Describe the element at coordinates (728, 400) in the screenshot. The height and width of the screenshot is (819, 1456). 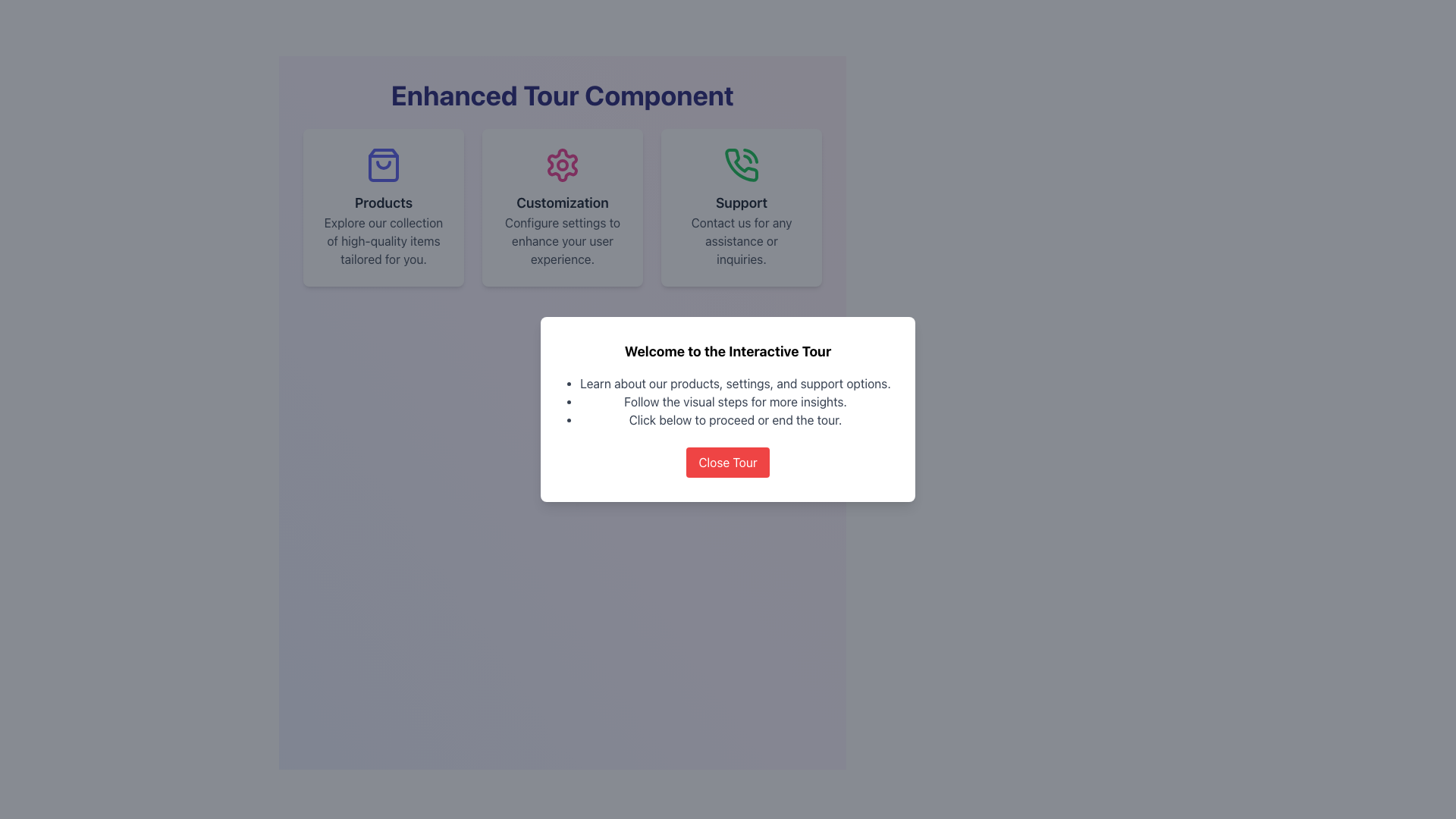
I see `the bulleted list containing the items: 'Learn about our products, settings, and support options.', 'Follow the visual steps for more insights.', and 'Click below to proceed or end the tour.'` at that location.